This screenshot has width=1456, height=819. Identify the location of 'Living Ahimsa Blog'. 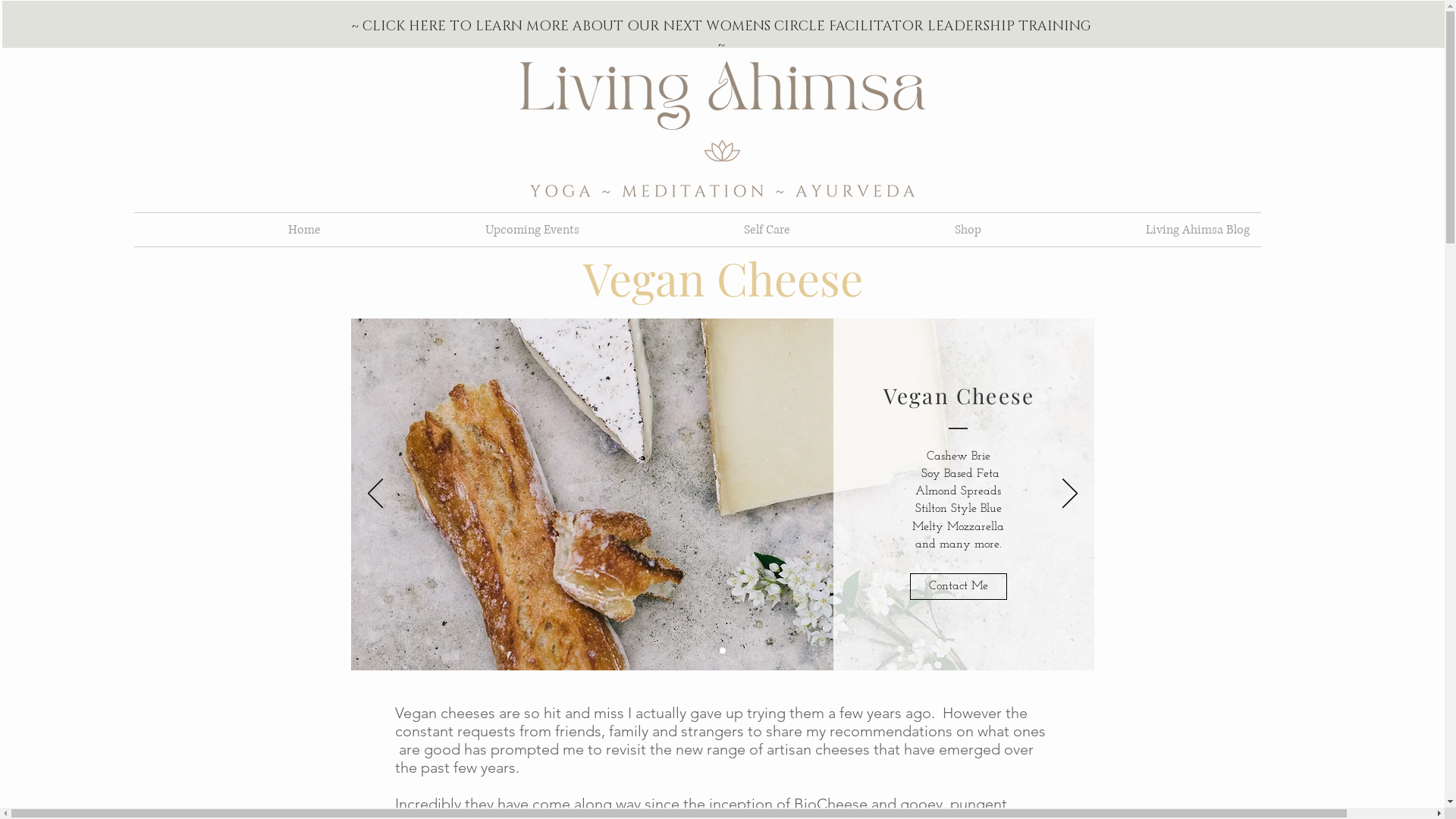
(1125, 230).